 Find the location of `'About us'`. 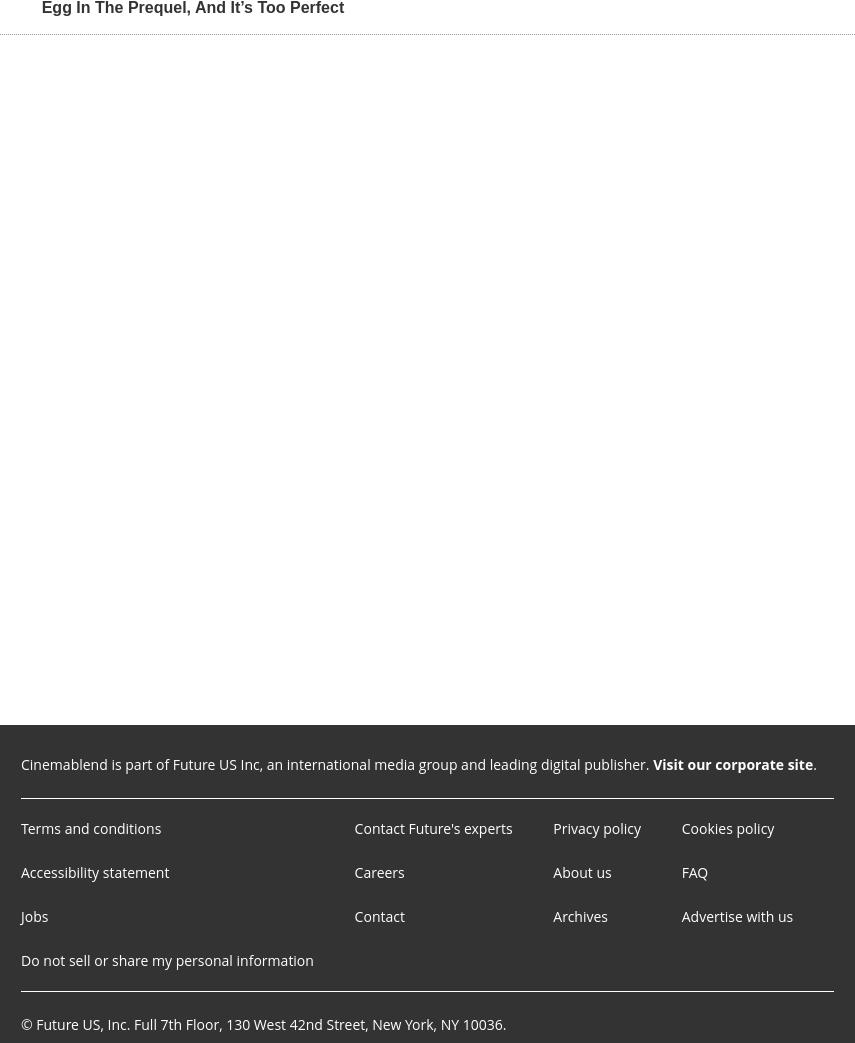

'About us' is located at coordinates (580, 871).